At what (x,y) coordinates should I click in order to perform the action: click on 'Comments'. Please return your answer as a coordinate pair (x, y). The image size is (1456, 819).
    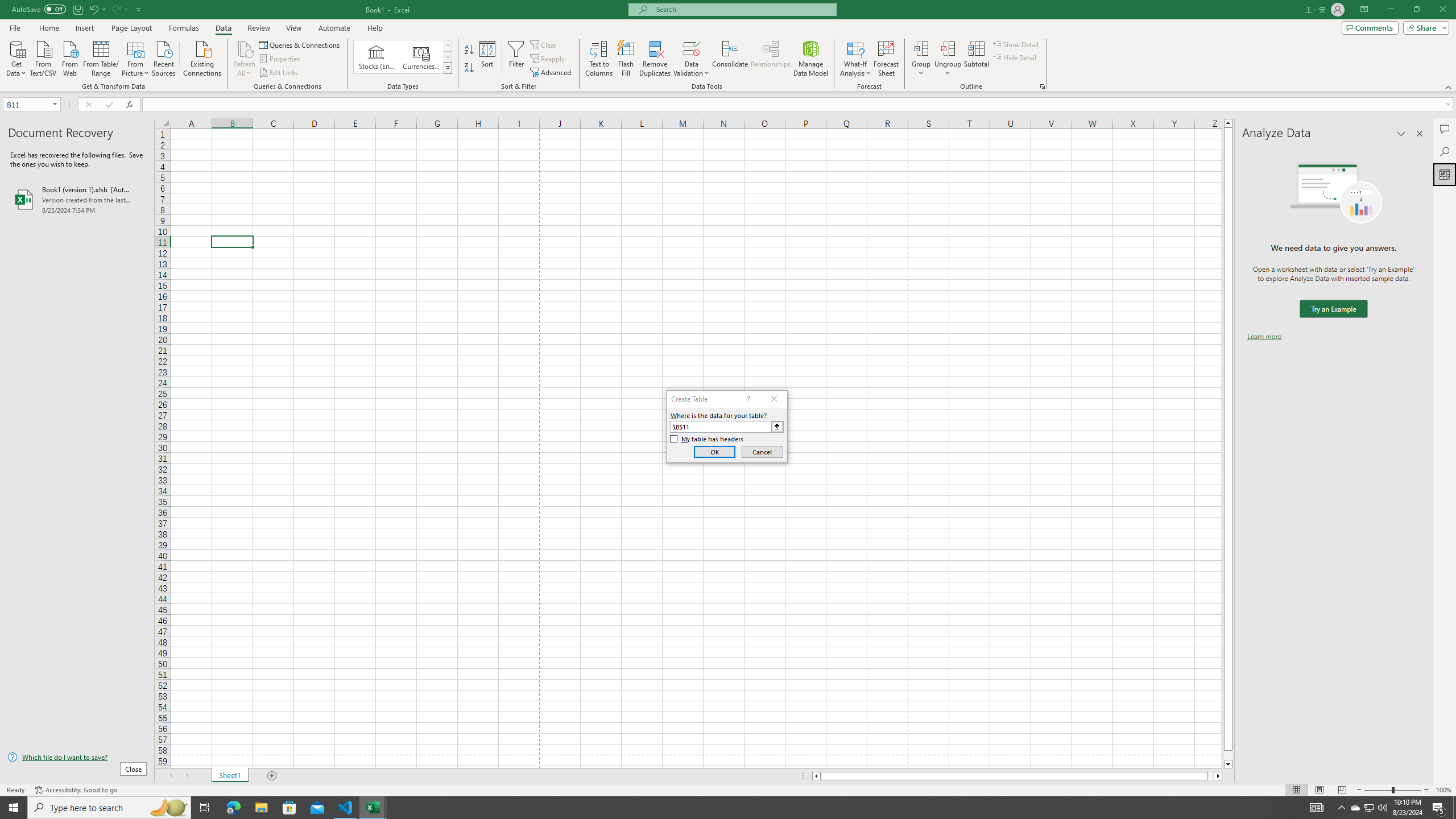
    Looking at the image, I should click on (1370, 27).